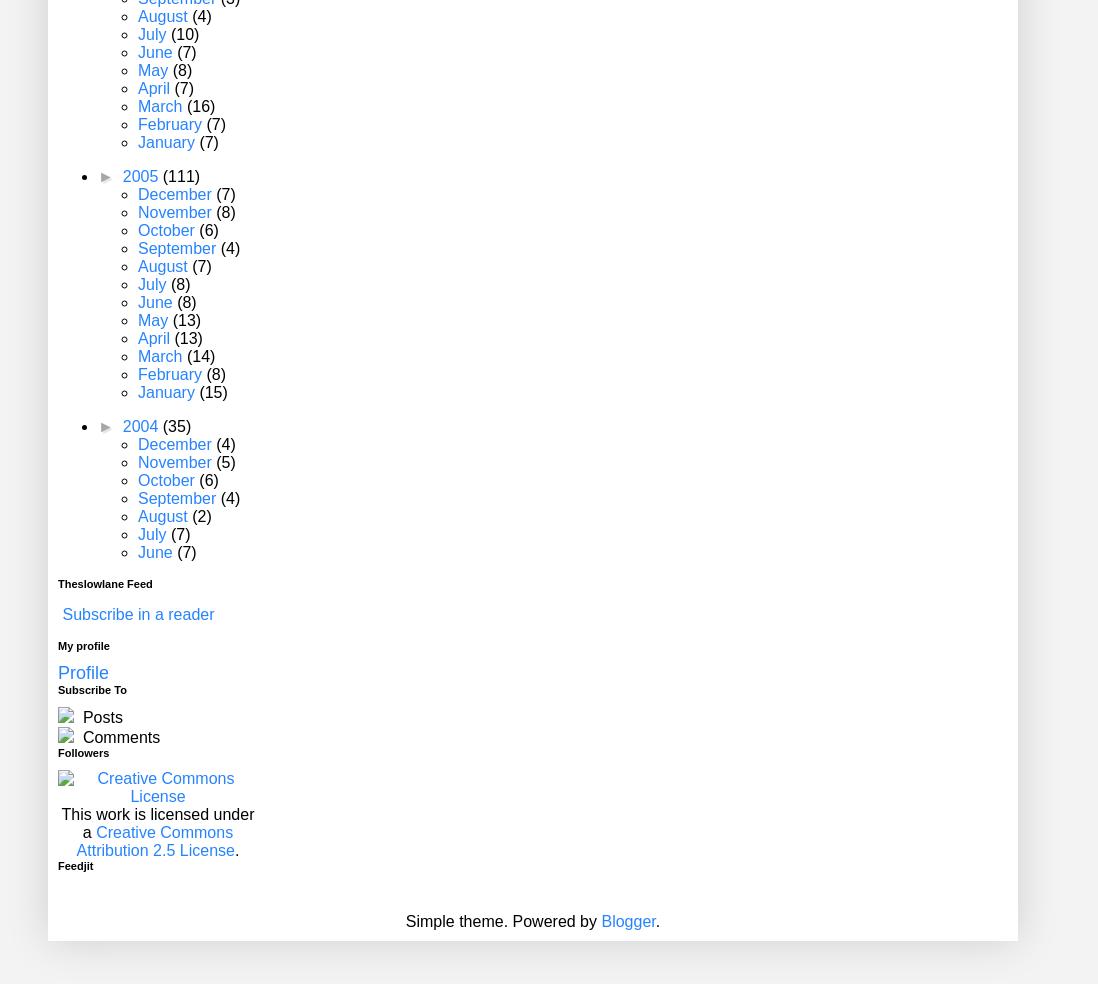 This screenshot has height=984, width=1098. Describe the element at coordinates (200, 515) in the screenshot. I see `'(2)'` at that location.